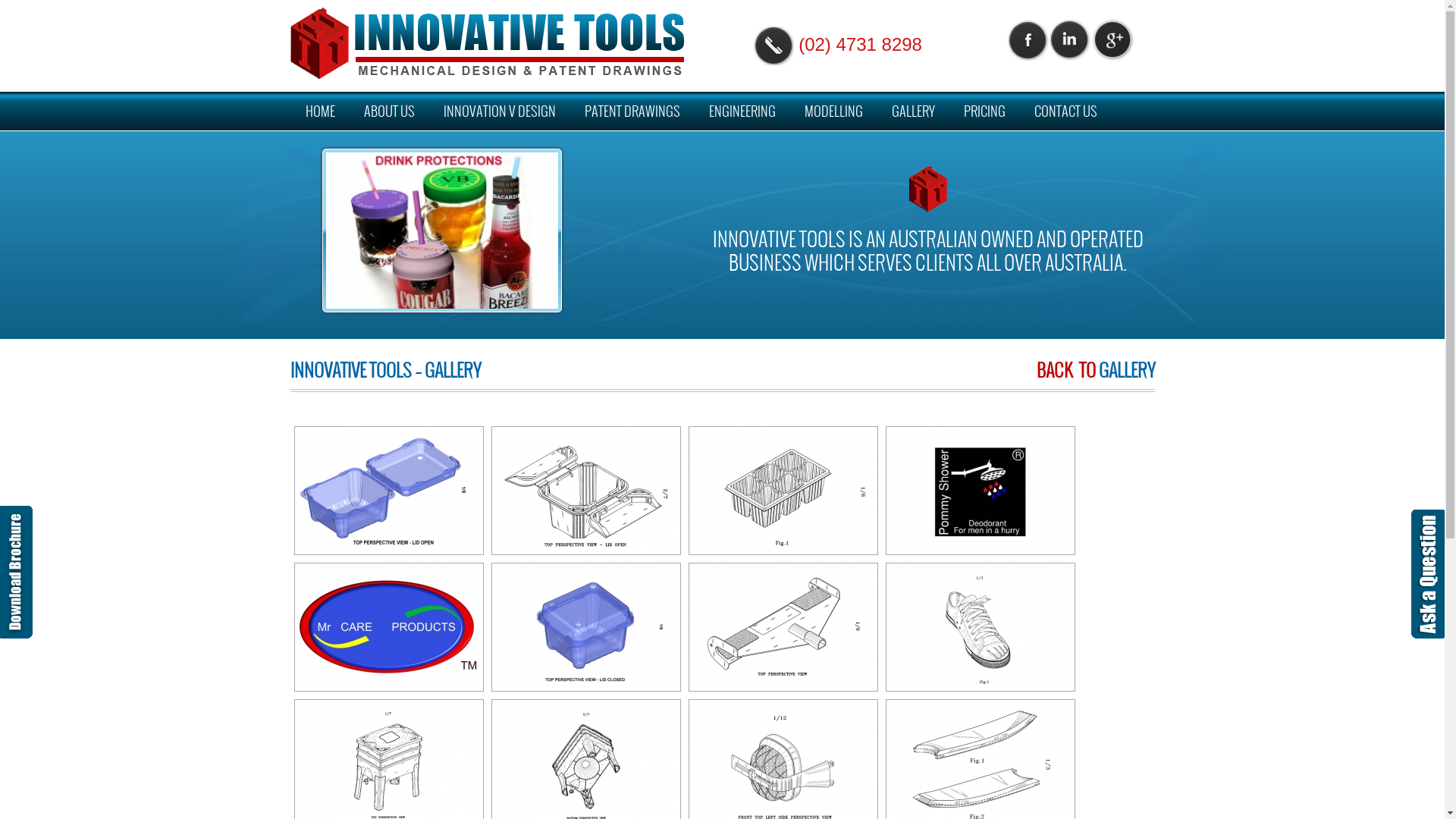 Image resolution: width=1456 pixels, height=819 pixels. Describe the element at coordinates (1427, 573) in the screenshot. I see `'Ask'` at that location.